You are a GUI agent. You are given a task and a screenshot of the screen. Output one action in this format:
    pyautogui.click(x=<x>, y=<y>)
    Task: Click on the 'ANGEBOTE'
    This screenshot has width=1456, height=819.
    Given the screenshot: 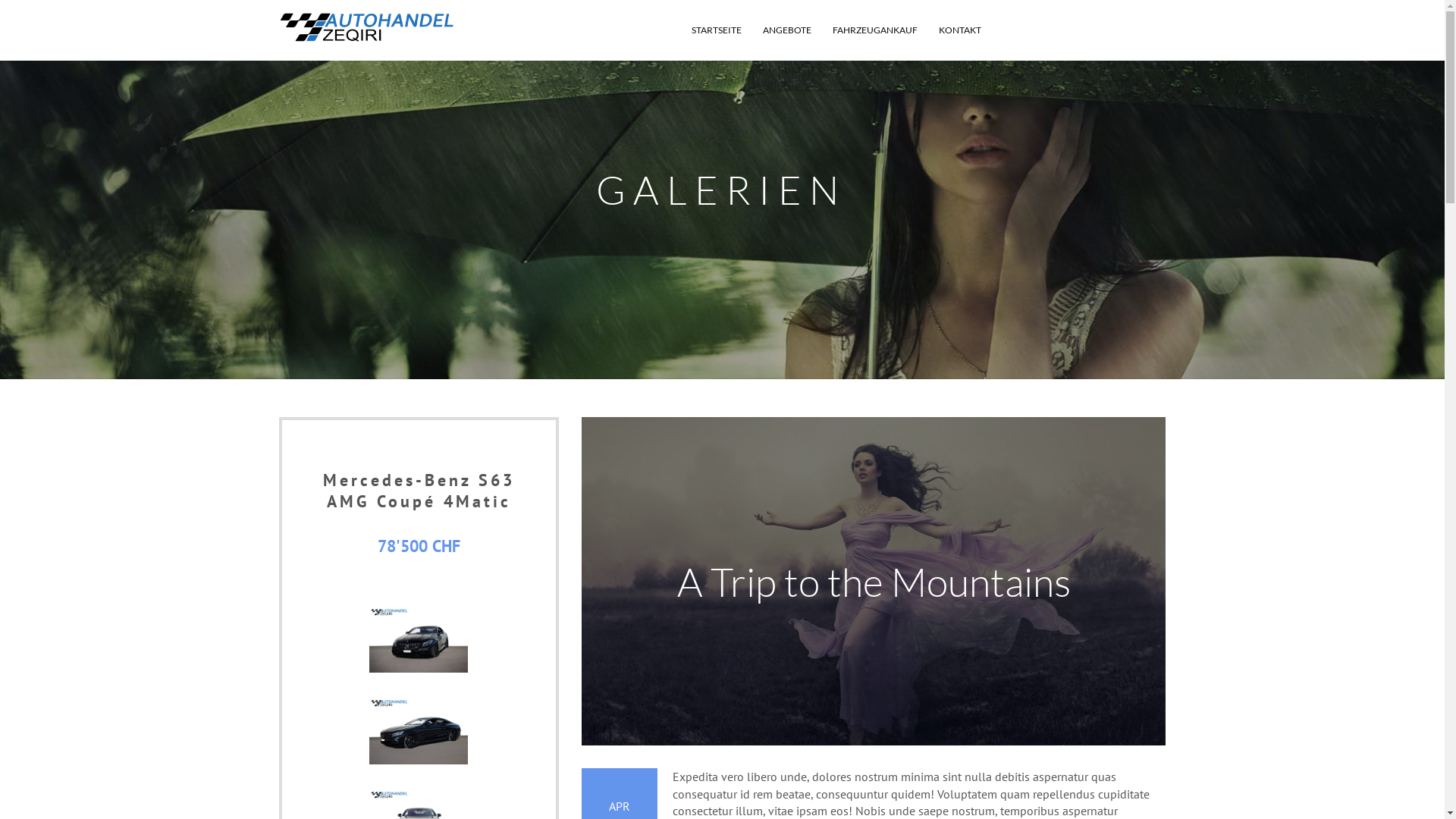 What is the action you would take?
    pyautogui.click(x=786, y=30)
    